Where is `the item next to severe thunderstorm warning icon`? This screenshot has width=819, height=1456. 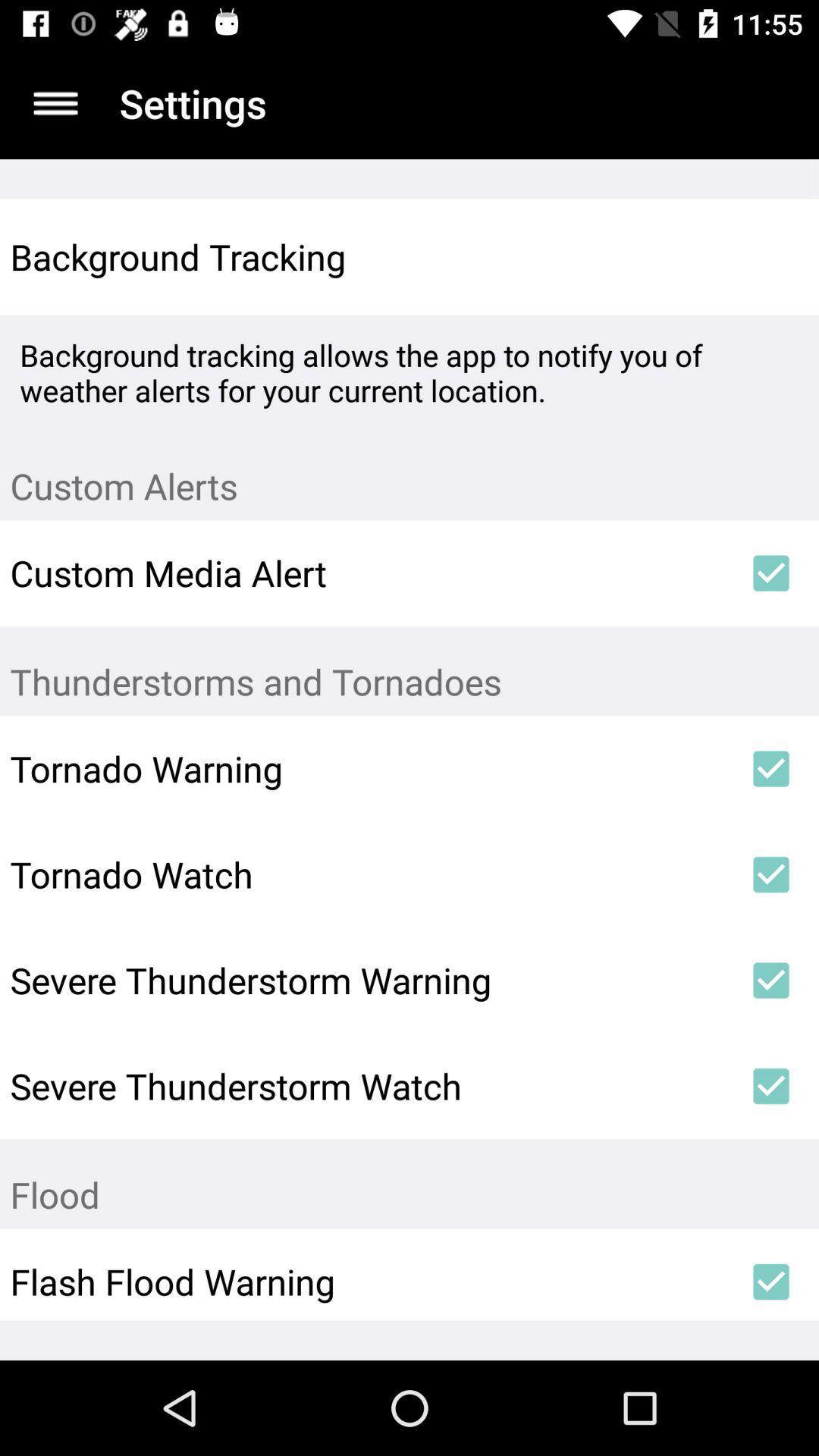 the item next to severe thunderstorm warning icon is located at coordinates (771, 980).